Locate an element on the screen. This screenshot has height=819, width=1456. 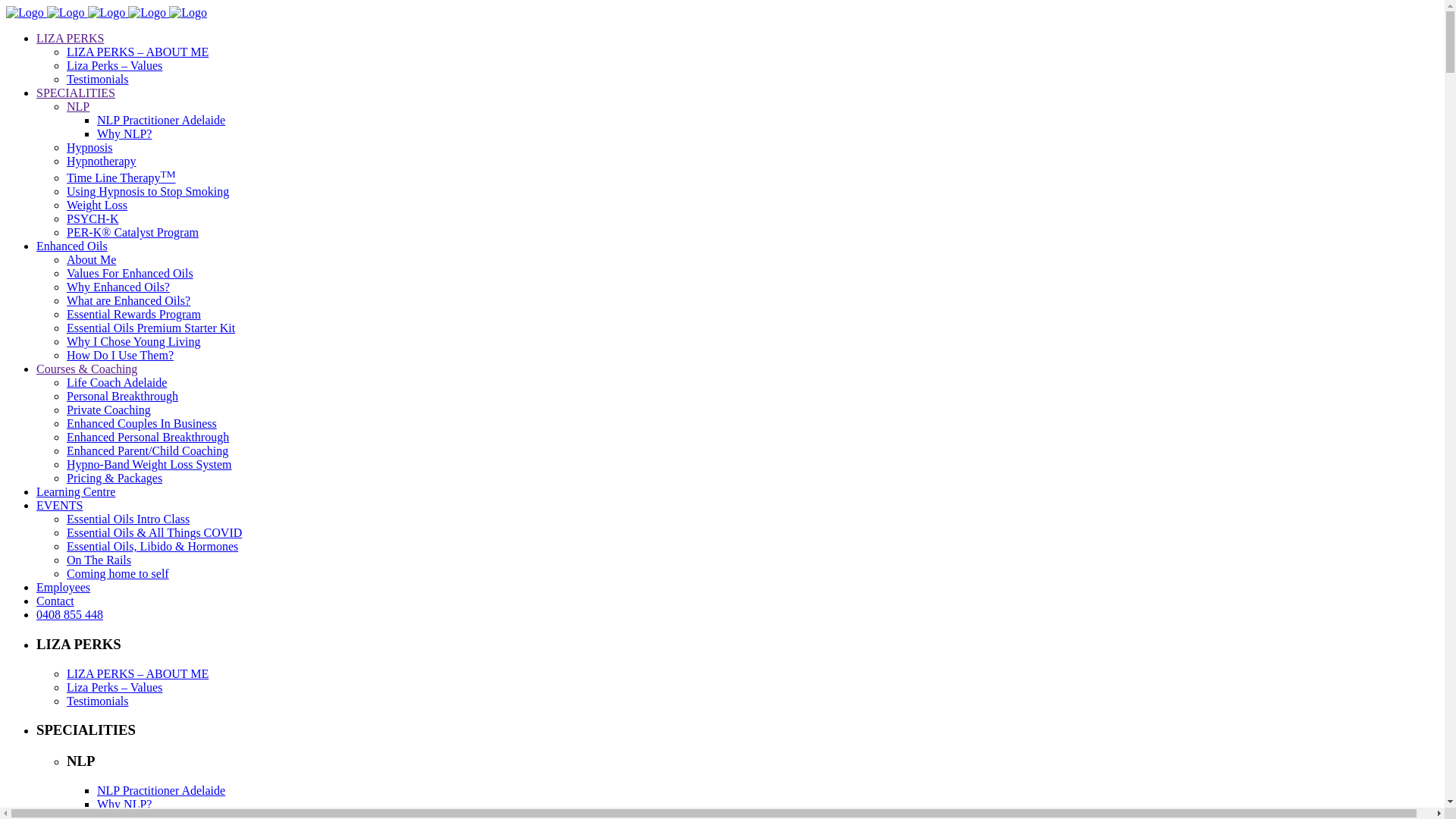
'Using Hypnosis to Stop Smoking' is located at coordinates (148, 190).